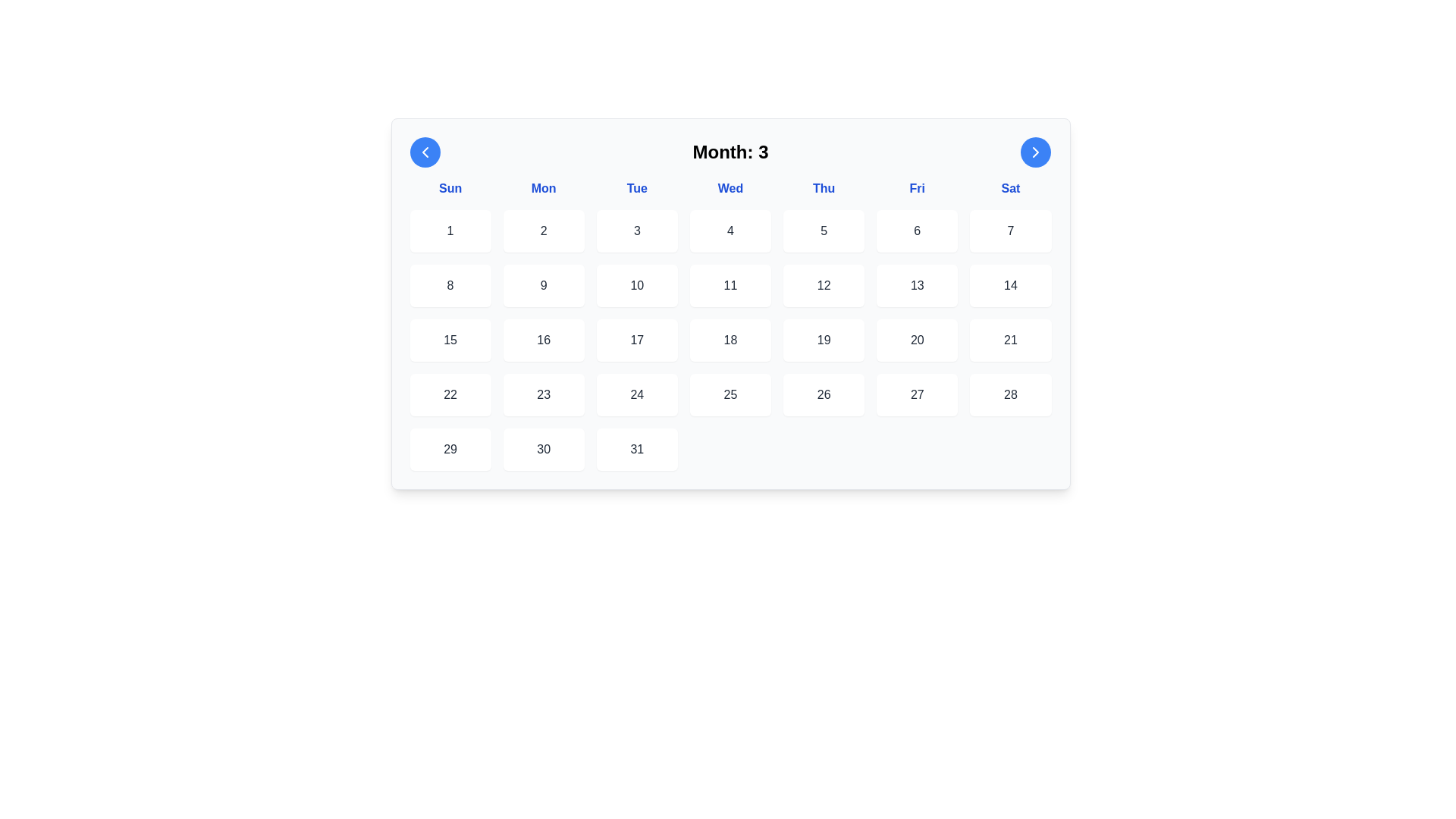  What do you see at coordinates (425, 152) in the screenshot?
I see `the leftward-pointing chevron icon within the circular blue button located on the far left of the header section, next to the 'Month: 3' heading` at bounding box center [425, 152].